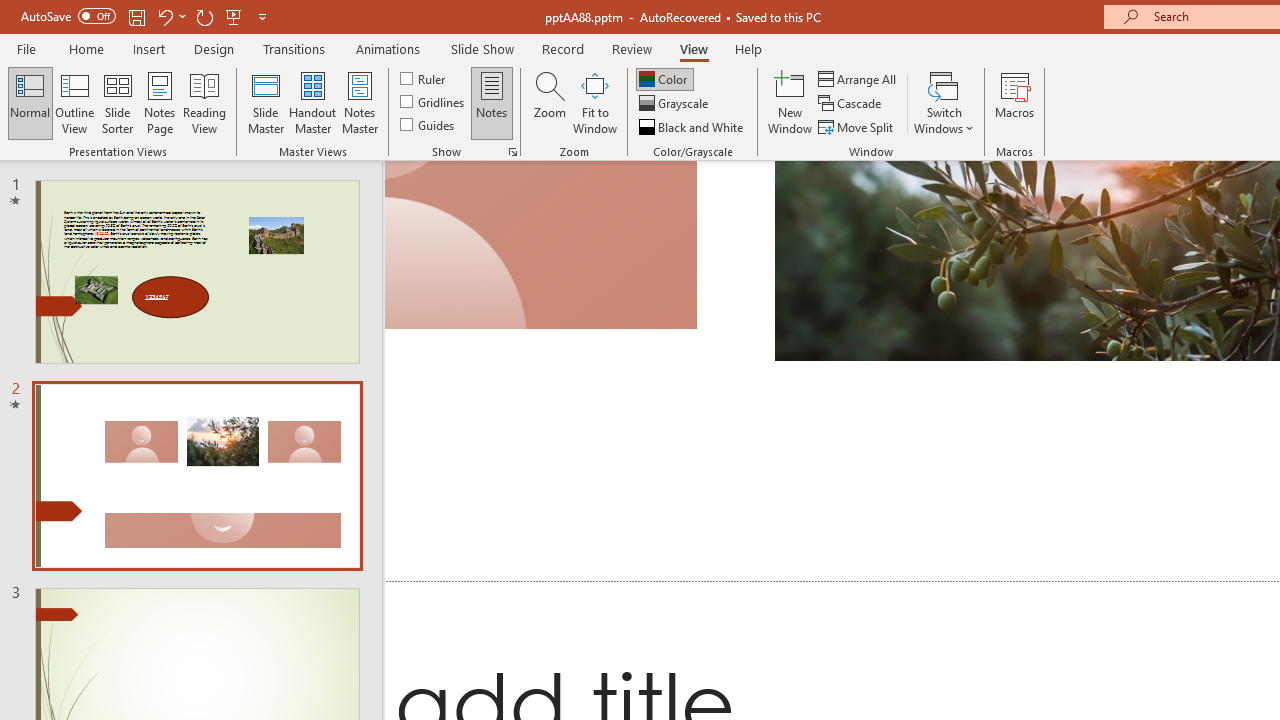 This screenshot has height=720, width=1280. I want to click on 'Grid Settings...', so click(513, 150).